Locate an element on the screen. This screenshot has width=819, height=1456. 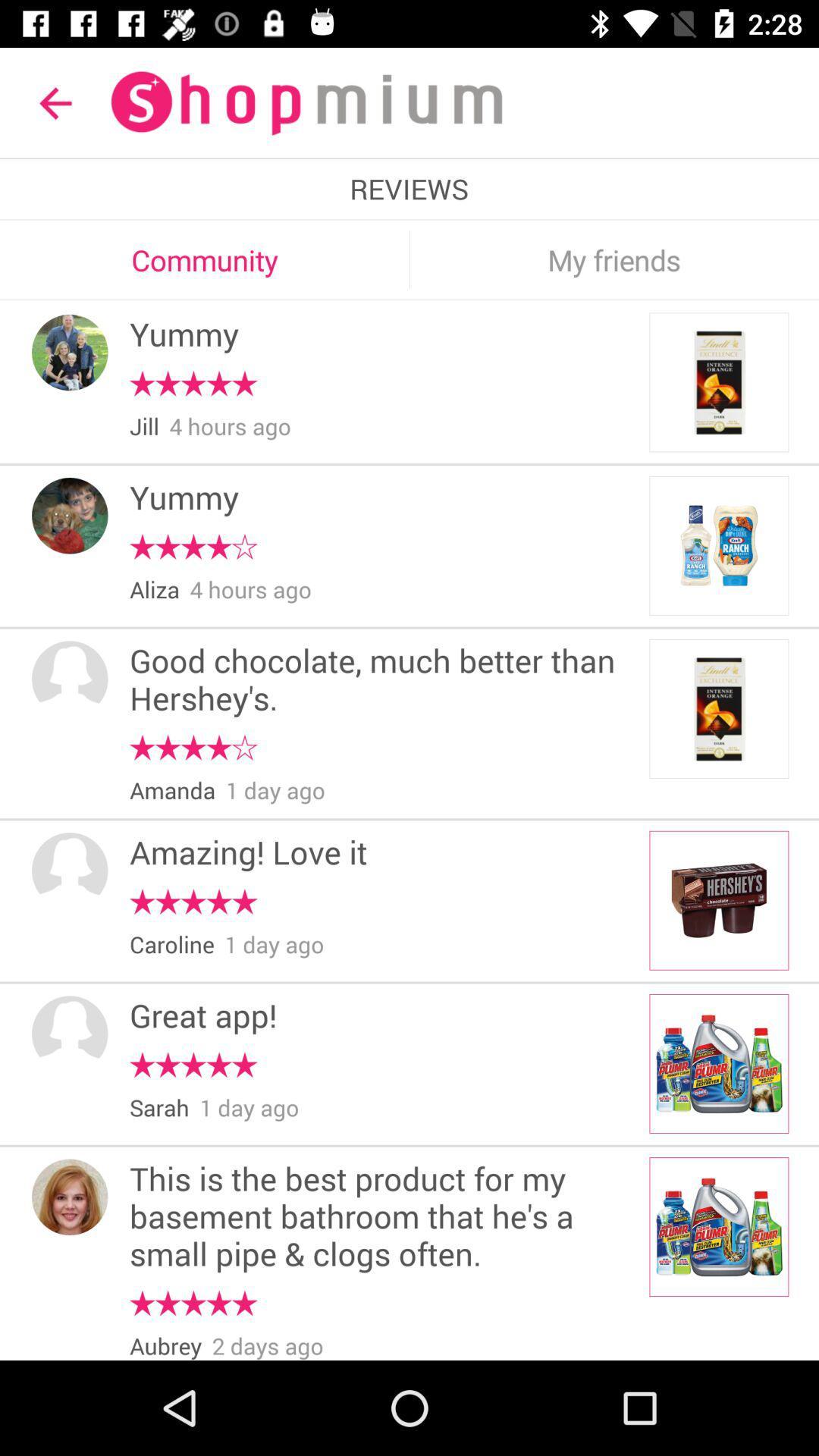
the good chocolate much icon is located at coordinates (384, 680).